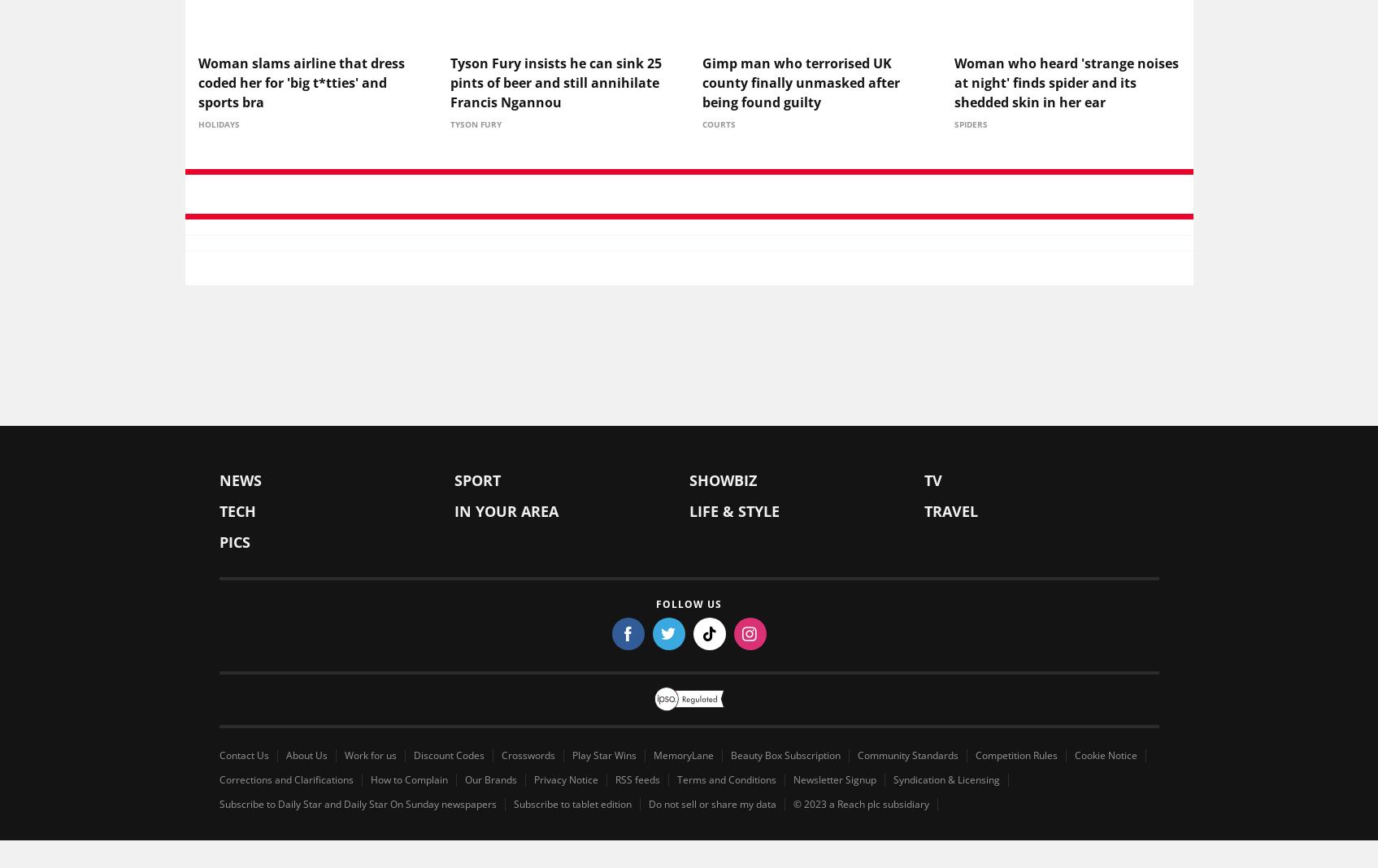  Describe the element at coordinates (689, 607) in the screenshot. I see `'Follow us'` at that location.